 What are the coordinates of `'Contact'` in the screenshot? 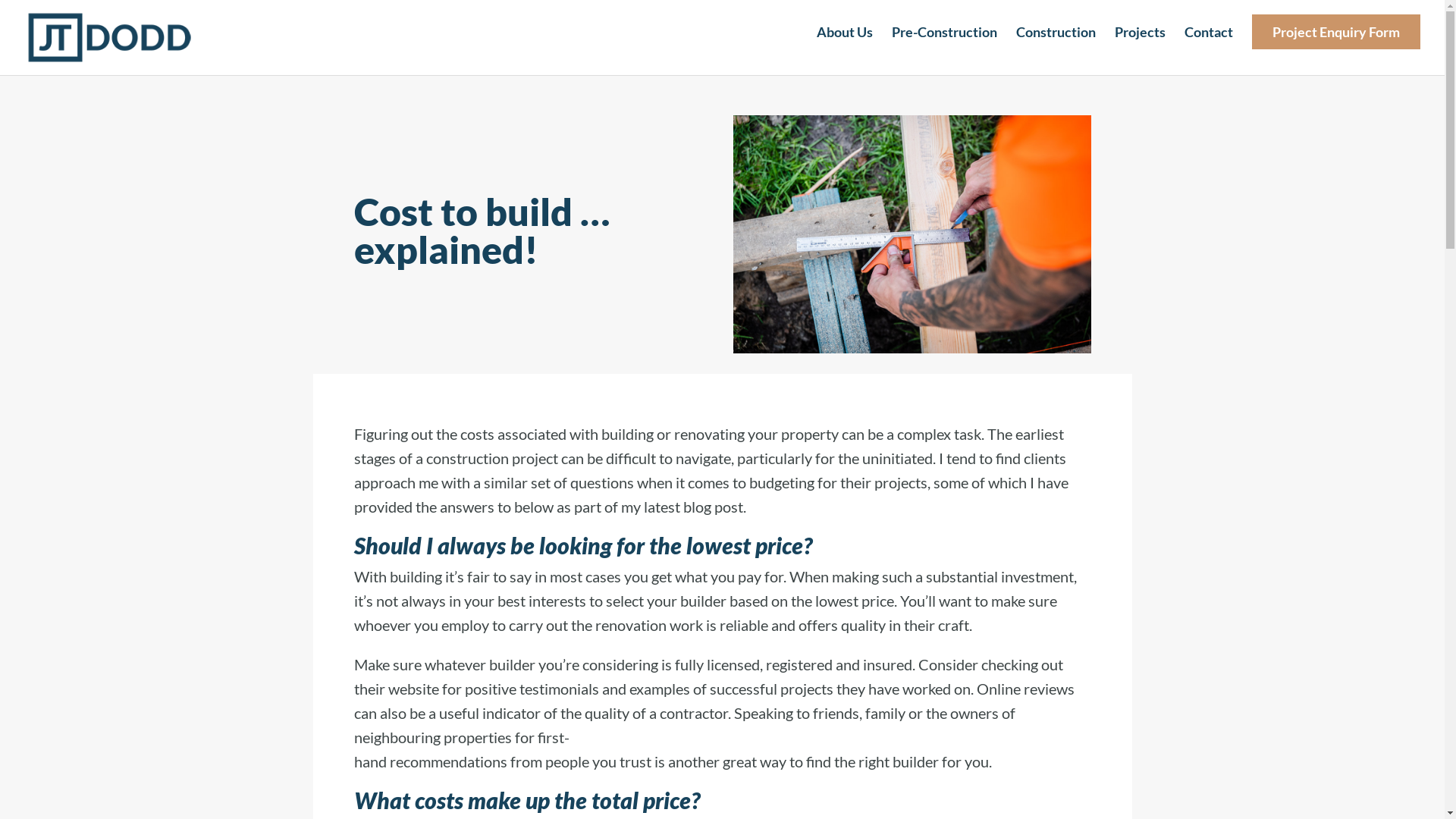 It's located at (1207, 44).